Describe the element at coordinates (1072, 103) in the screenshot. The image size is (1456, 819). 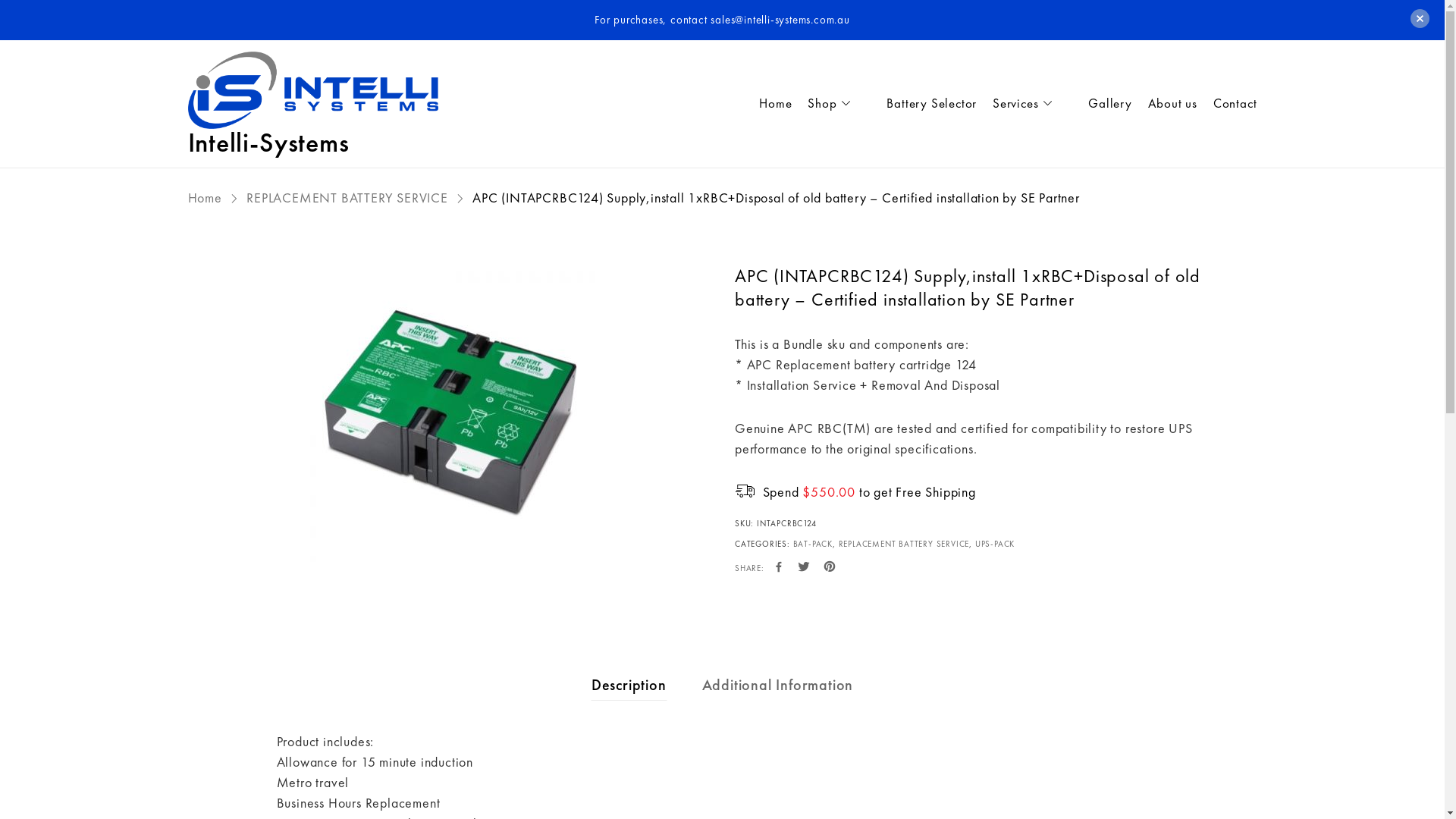
I see `'Gallery'` at that location.